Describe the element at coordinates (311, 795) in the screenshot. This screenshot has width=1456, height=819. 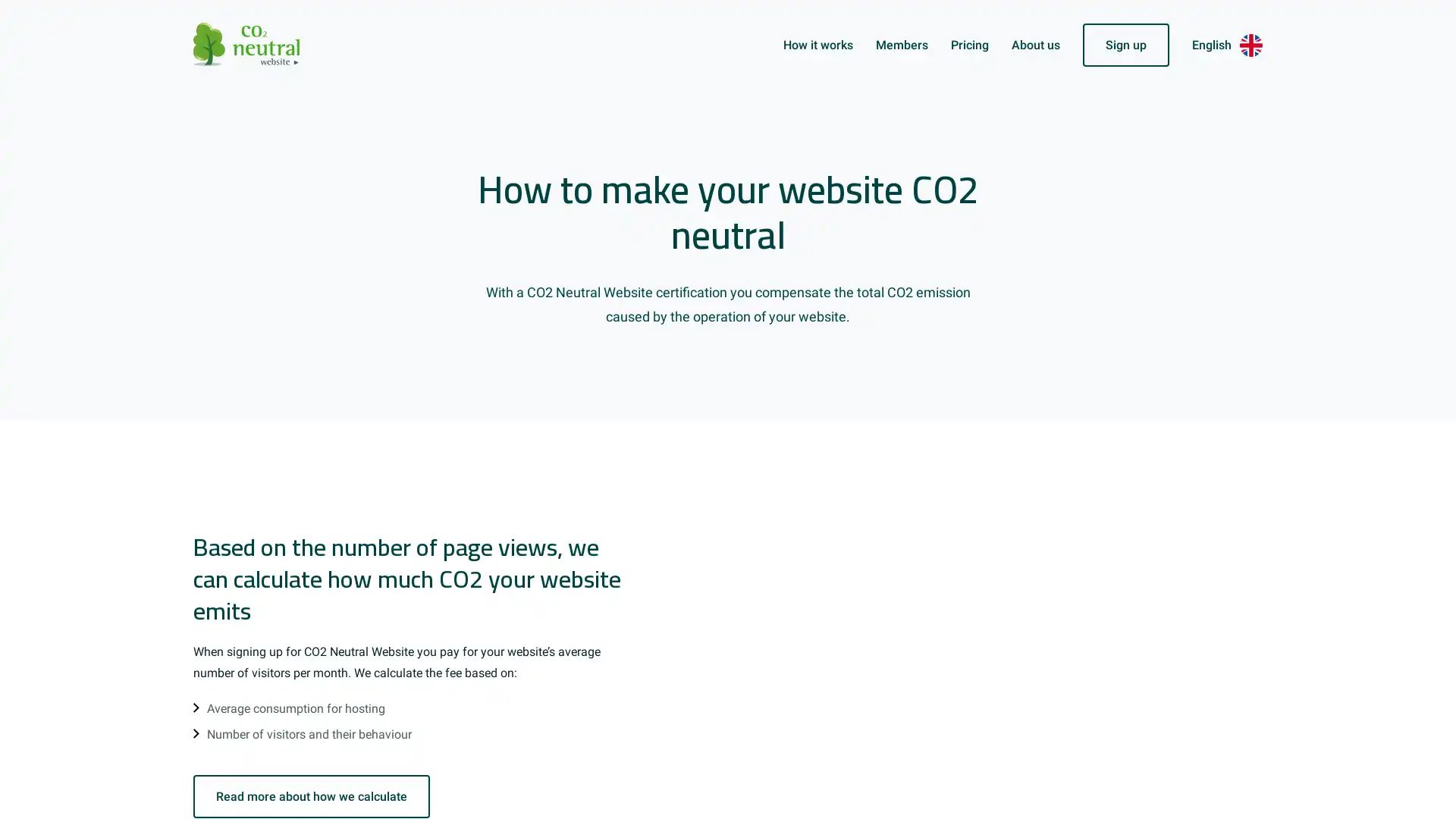
I see `Read more about how we calculate` at that location.